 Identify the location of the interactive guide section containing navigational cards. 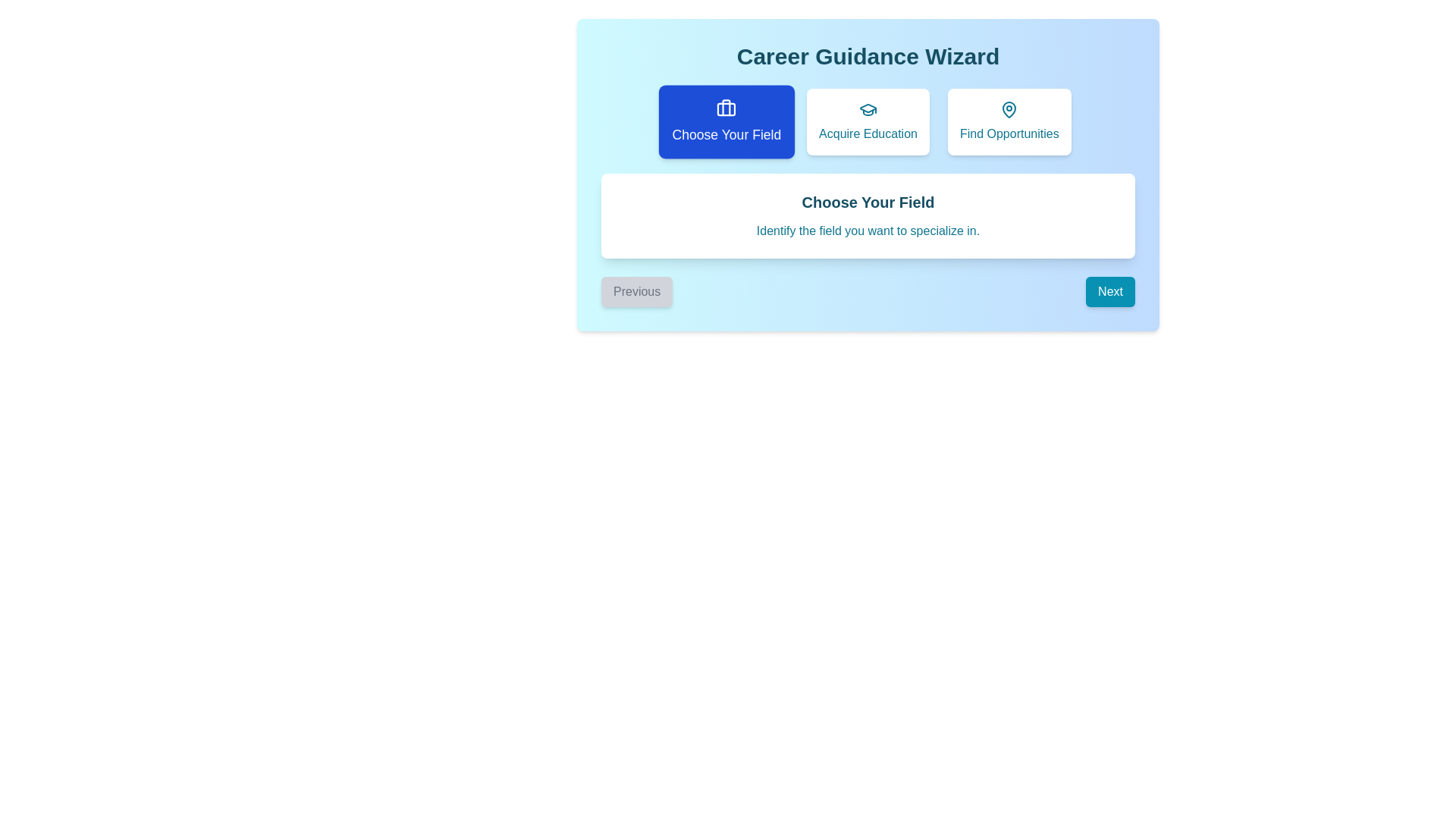
(868, 174).